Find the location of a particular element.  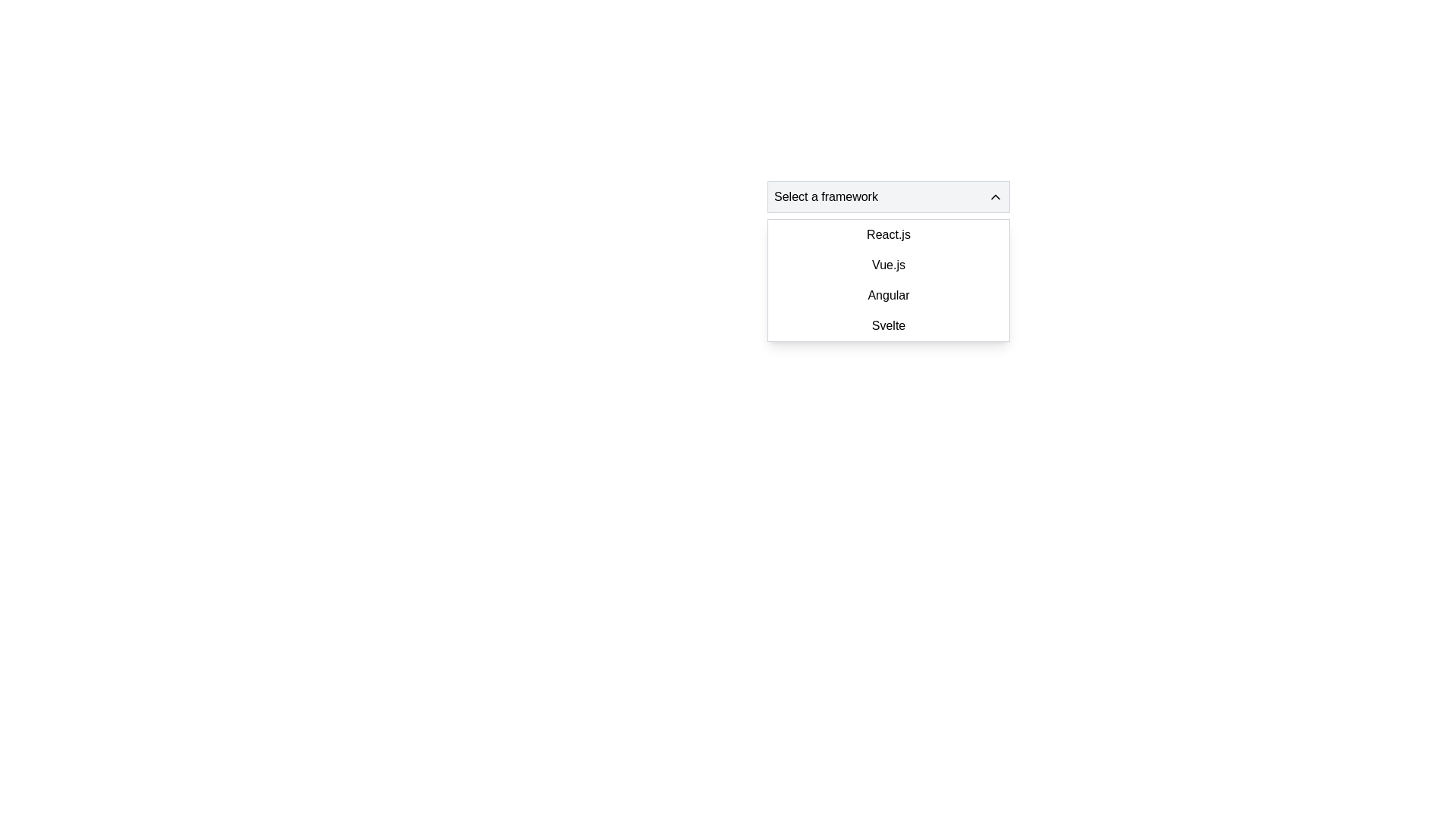

the 'Vue.js' option in the dropdown menu is located at coordinates (888, 265).